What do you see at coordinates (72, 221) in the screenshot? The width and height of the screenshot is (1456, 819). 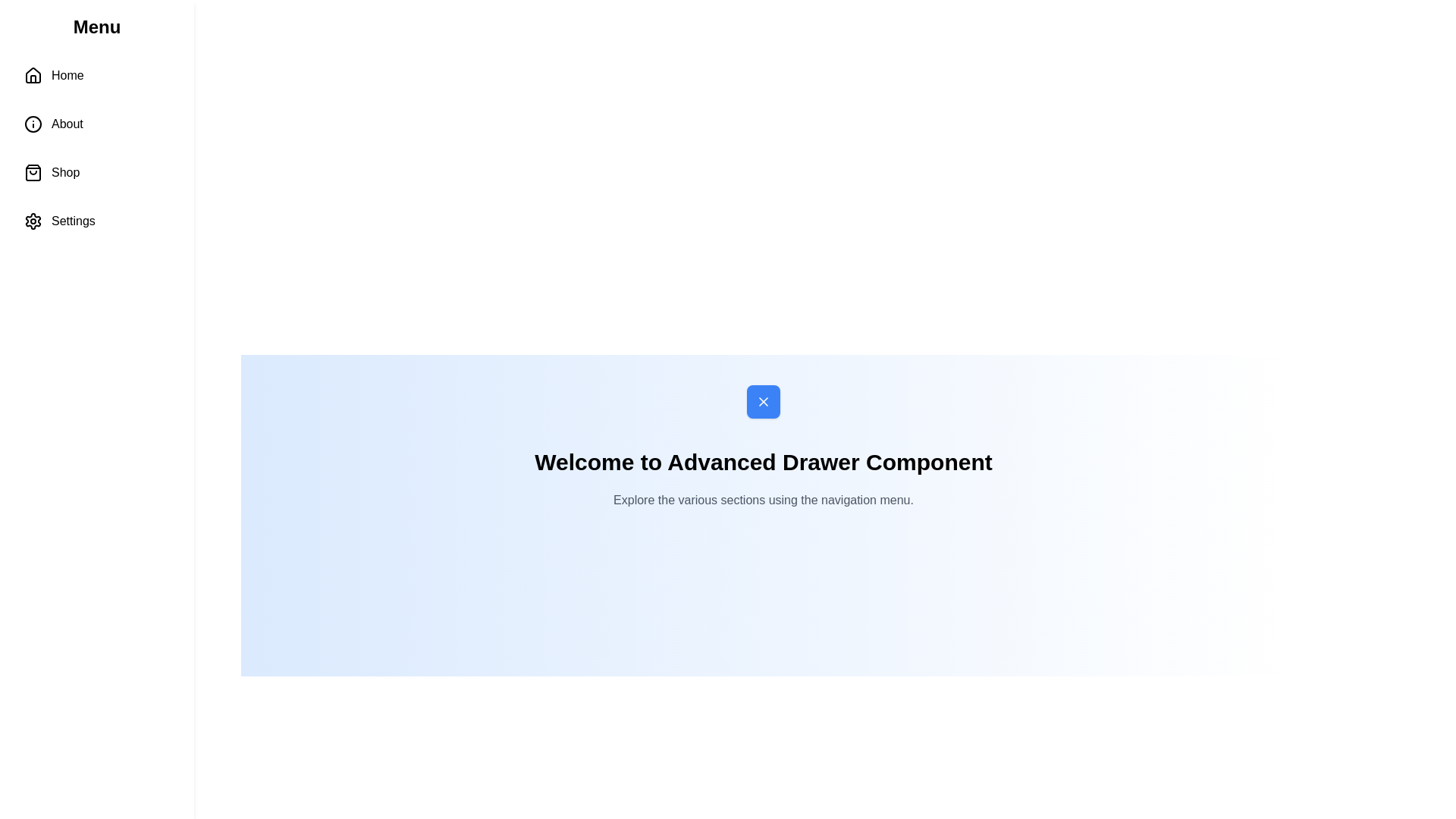 I see `the 'Settings' text label in the navigation menu` at bounding box center [72, 221].